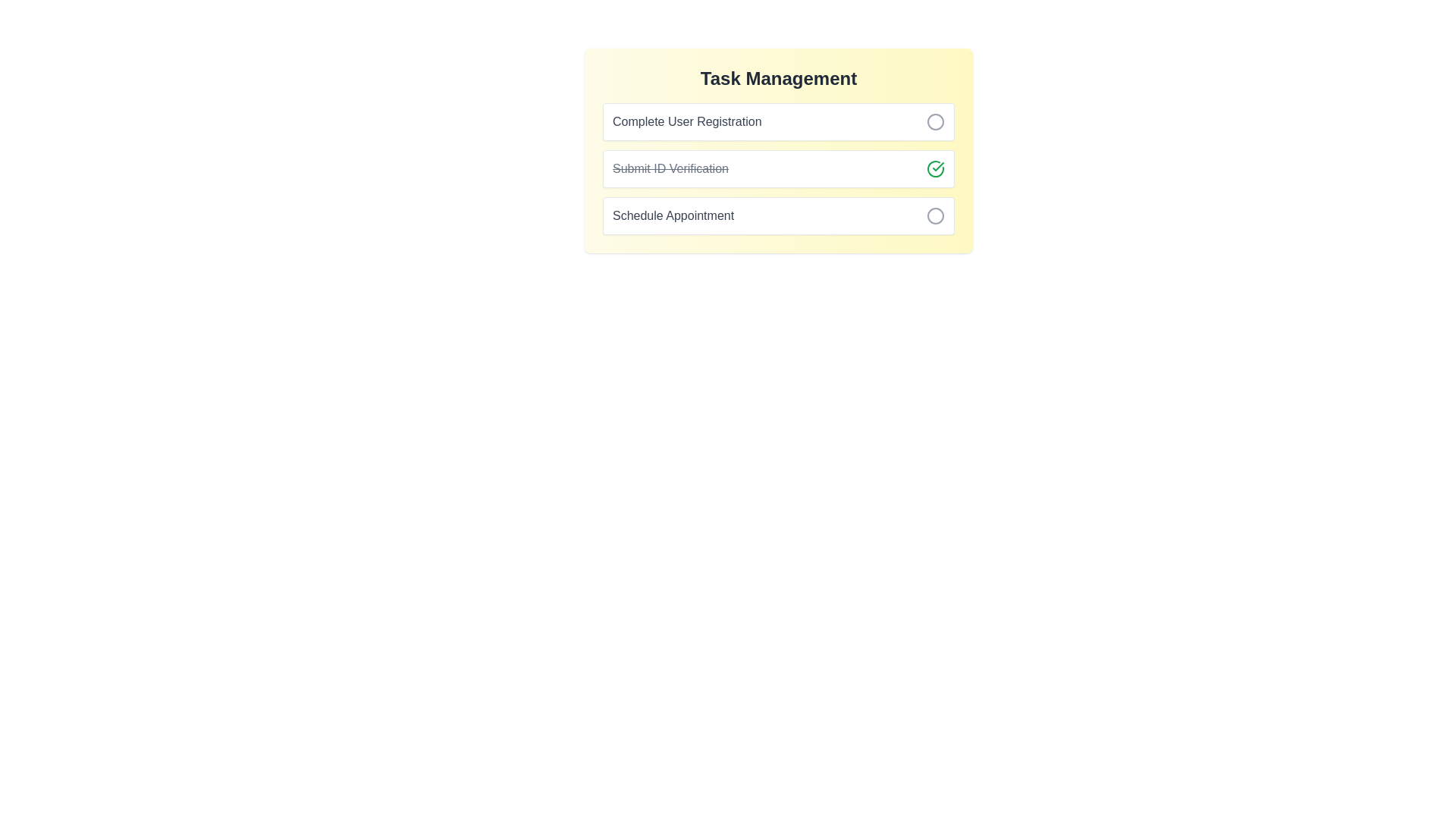 The image size is (1456, 819). Describe the element at coordinates (779, 169) in the screenshot. I see `the status of the completed task indicator for 'Submit ID Verification', which is displayed with a strikethrough and a green checkmark, located in the 'Task Management' section` at that location.